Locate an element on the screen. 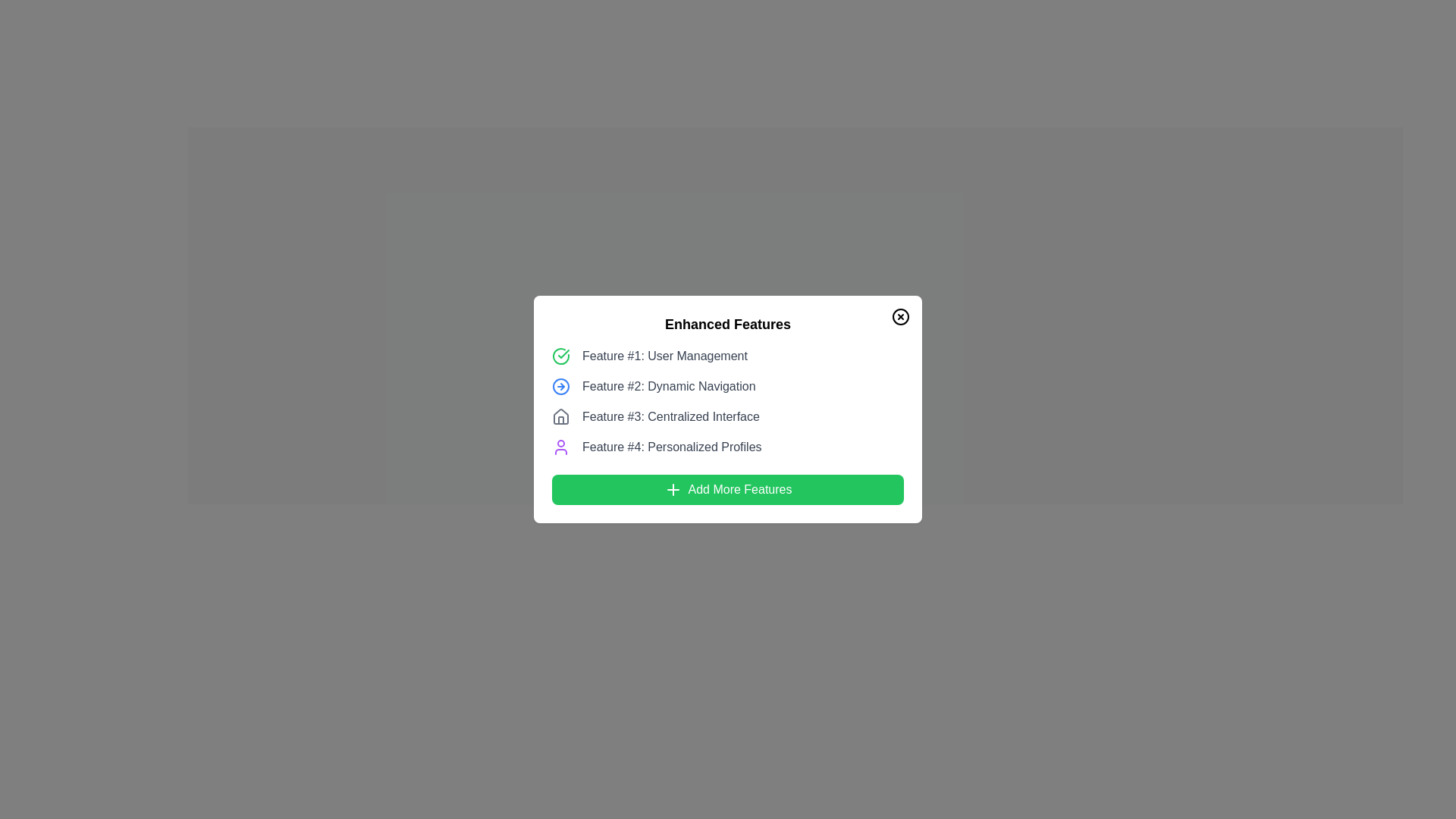 The height and width of the screenshot is (819, 1456). the hollow circle with a dark outline that forms the outer border of the close icon is located at coordinates (901, 315).